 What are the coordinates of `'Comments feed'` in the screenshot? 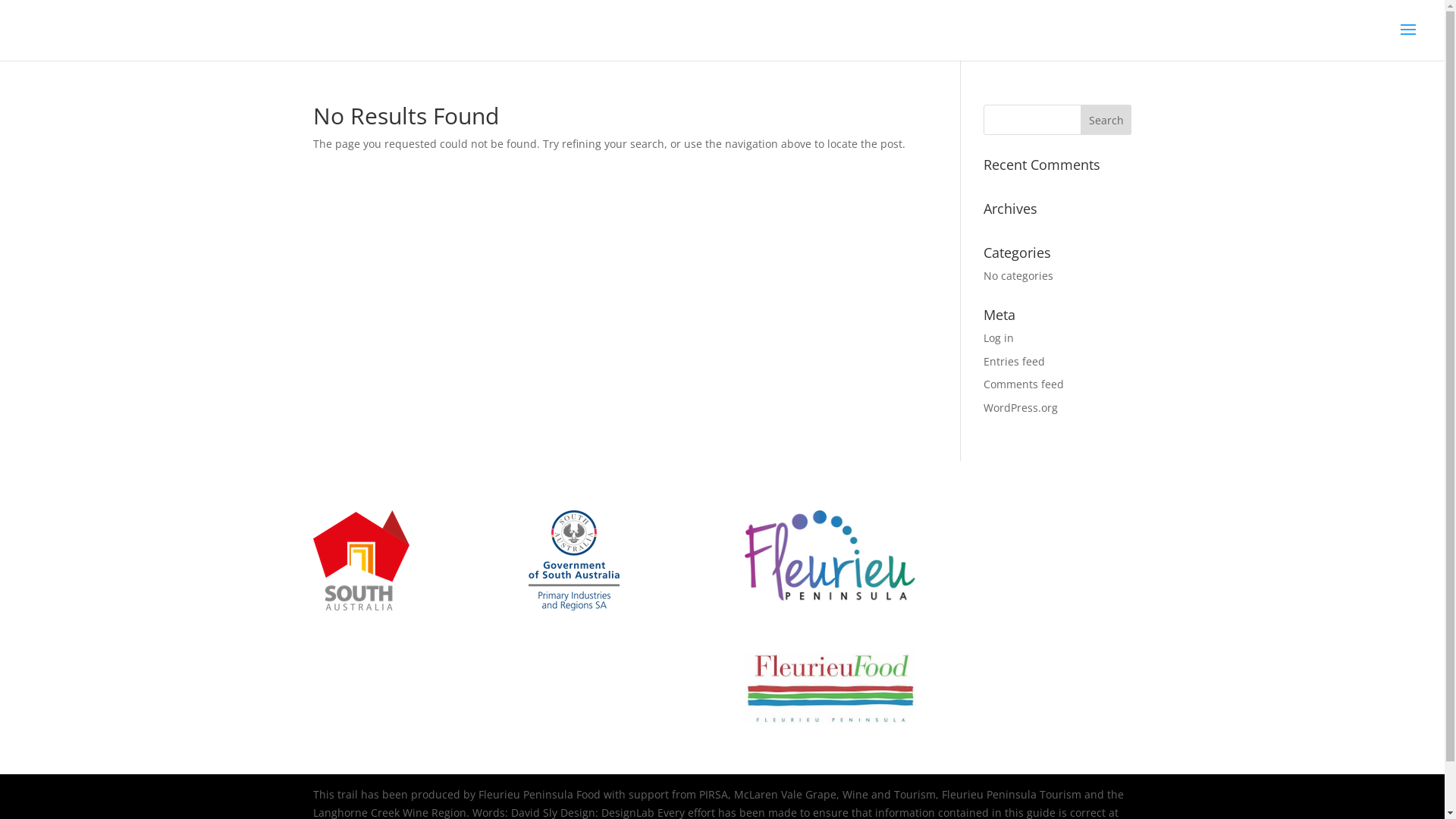 It's located at (1023, 383).